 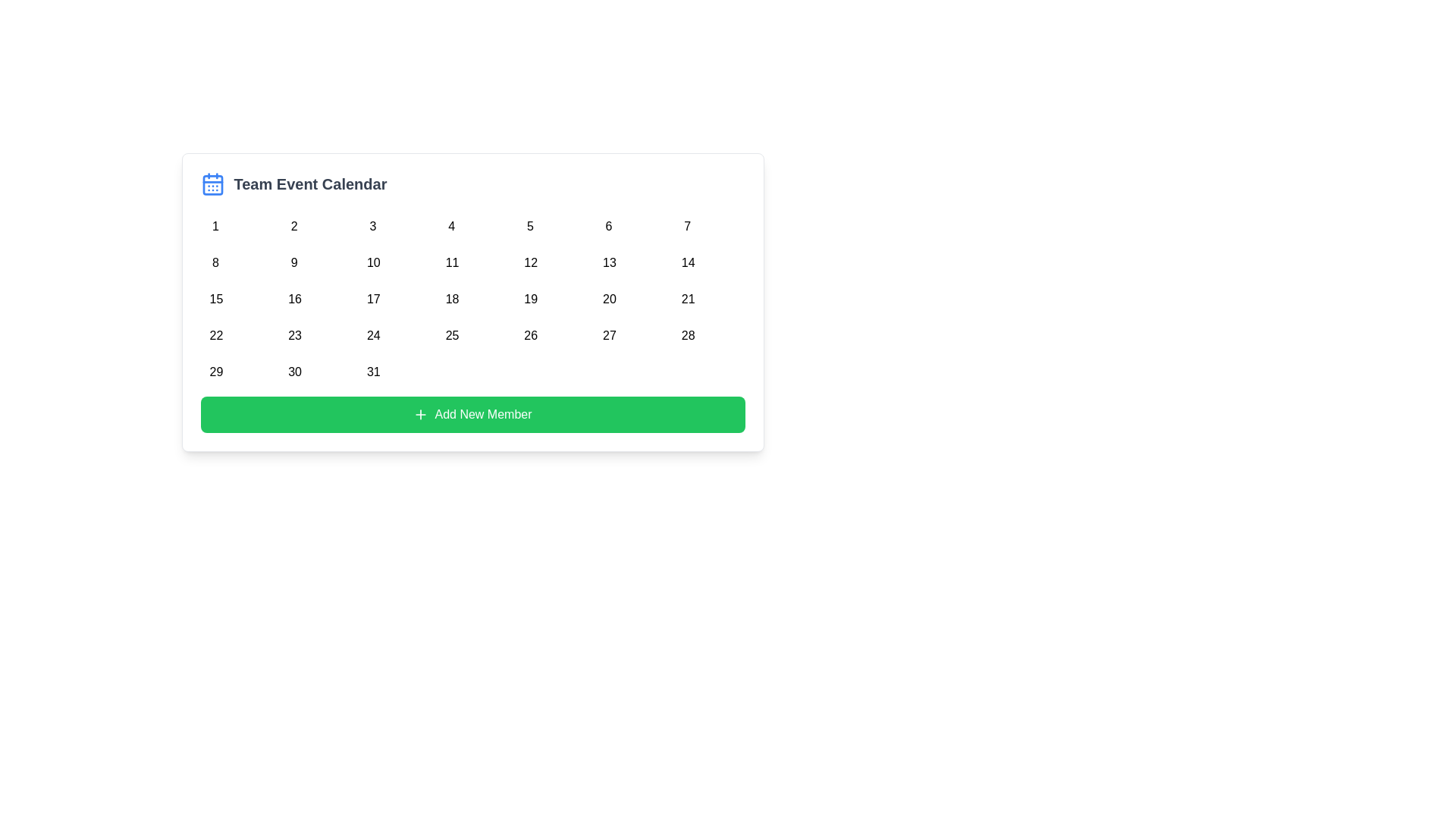 What do you see at coordinates (530, 259) in the screenshot?
I see `the square button with rounded corners, white background, and bold number '12' centered within it, located in the second row and fifth column under the 'Team Event Calendar' section to trigger hover effects` at bounding box center [530, 259].